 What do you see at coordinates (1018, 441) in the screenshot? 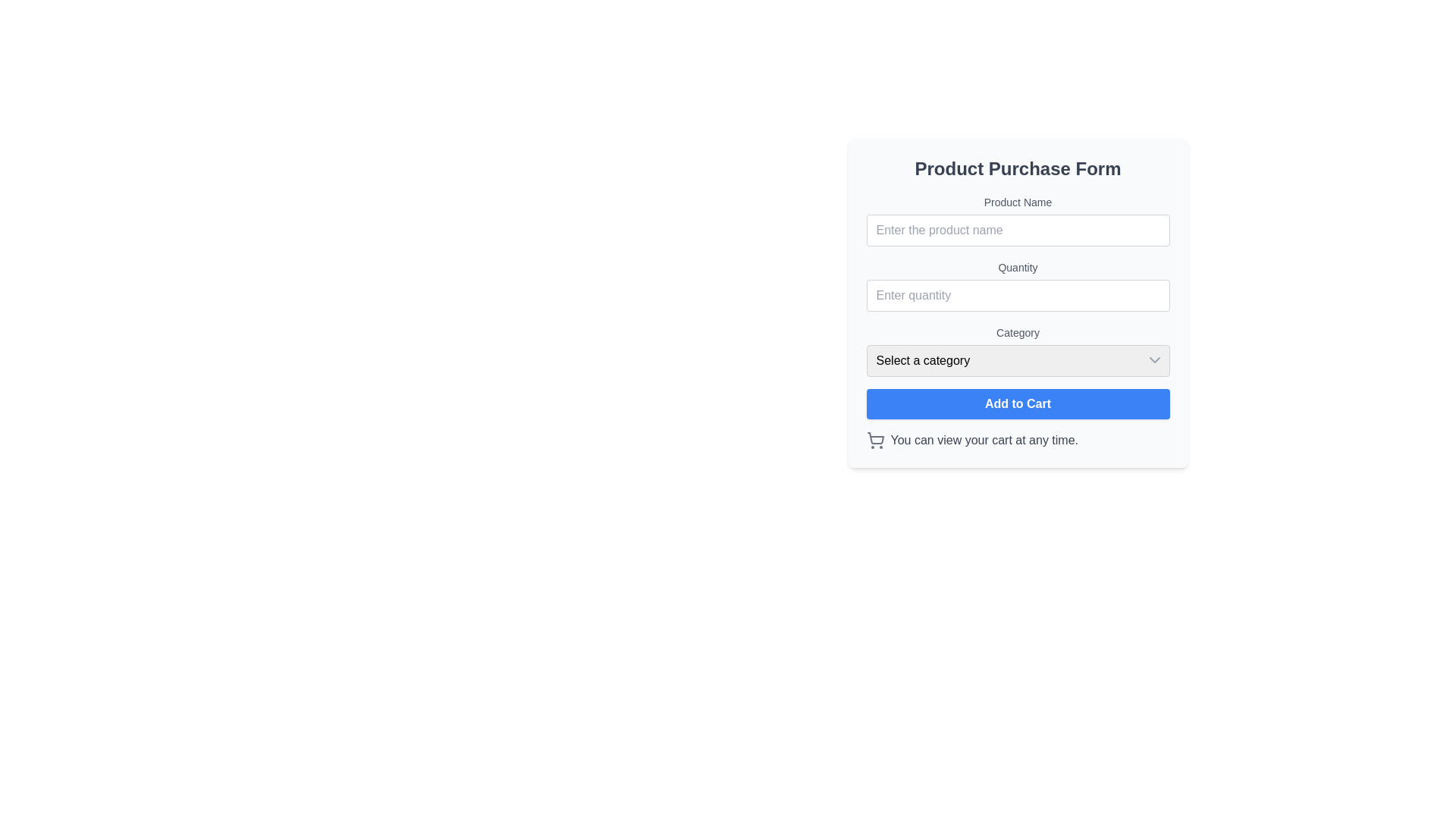
I see `the informational text element that displays the message 'You can view your cart at any time.' styled in gray, which is positioned below the 'Add to Cart' button` at bounding box center [1018, 441].